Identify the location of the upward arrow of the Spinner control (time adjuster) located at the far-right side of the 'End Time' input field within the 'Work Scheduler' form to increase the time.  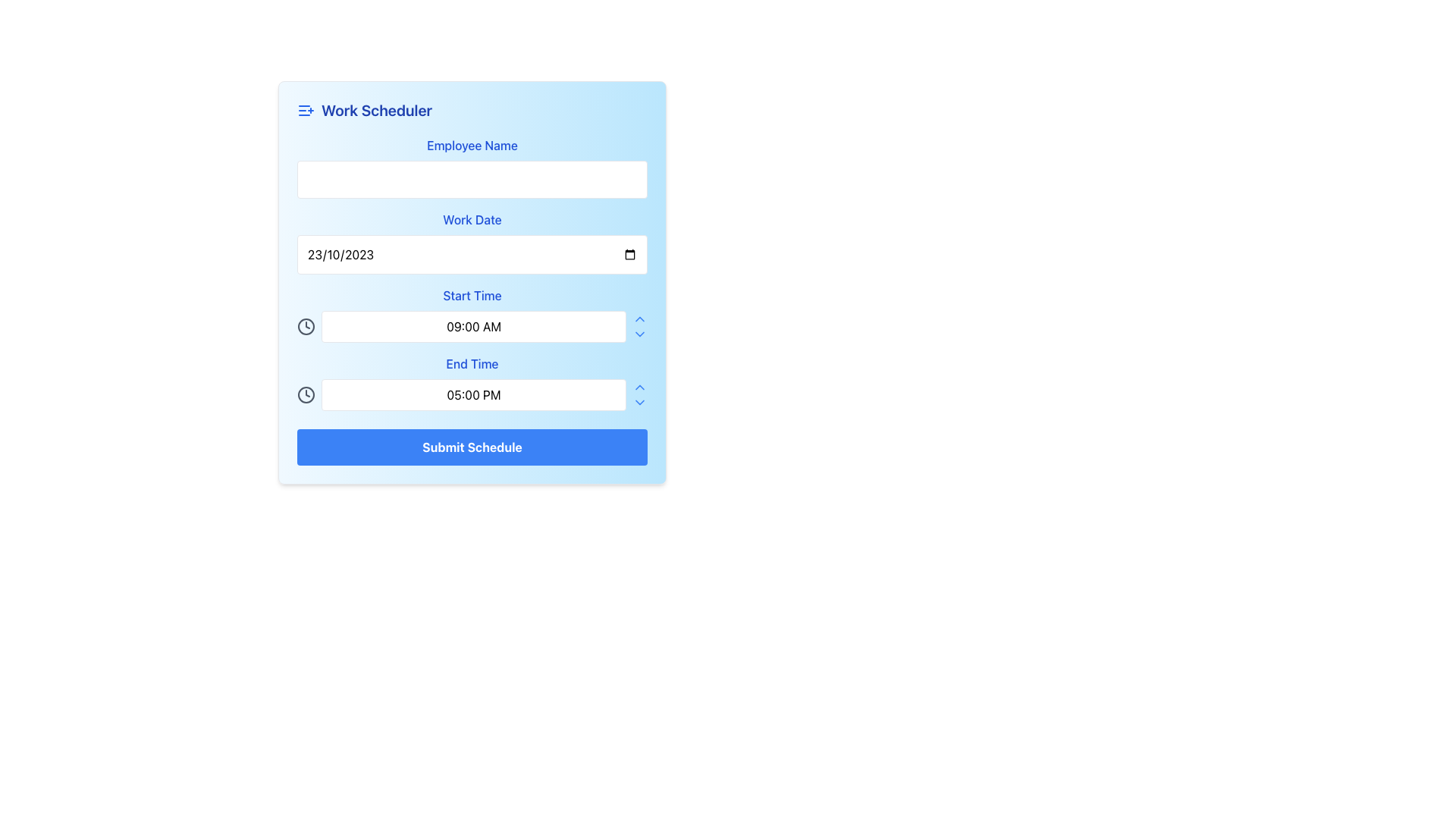
(640, 394).